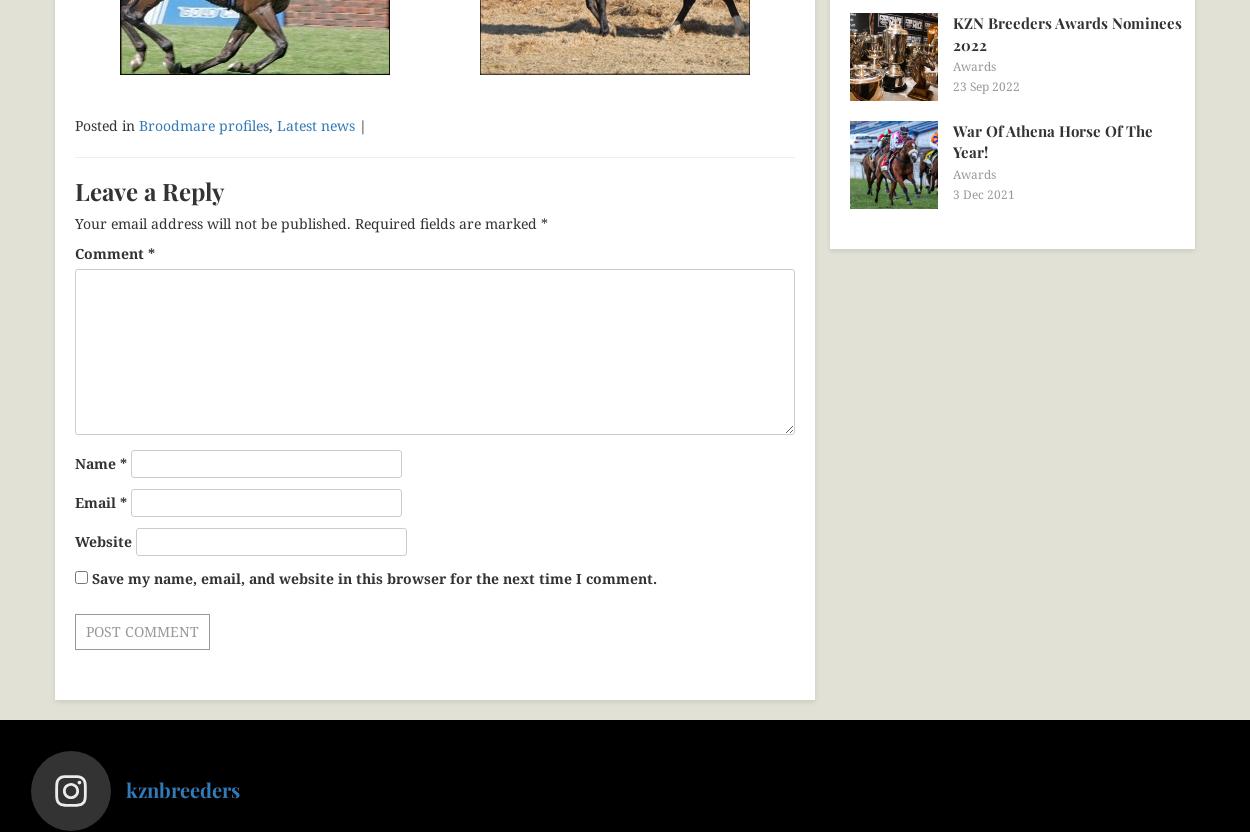 Image resolution: width=1250 pixels, height=832 pixels. What do you see at coordinates (983, 192) in the screenshot?
I see `'3 Dec 2021'` at bounding box center [983, 192].